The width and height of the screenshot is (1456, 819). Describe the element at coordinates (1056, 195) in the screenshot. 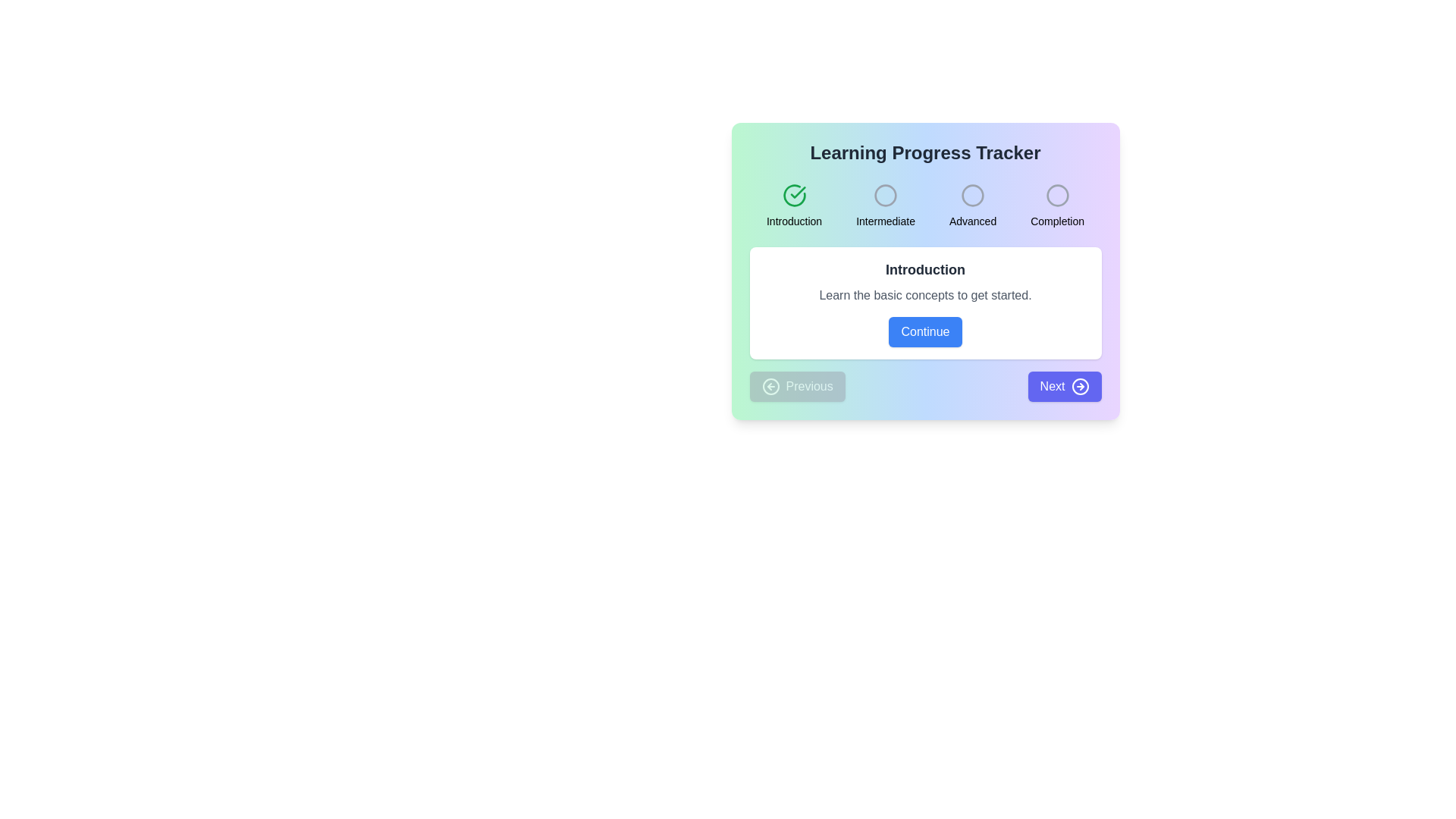

I see `the fourth circular icon with a thin border and transparent center, which is aligned with the 'Completion' label in the learning progress tracker interface` at that location.